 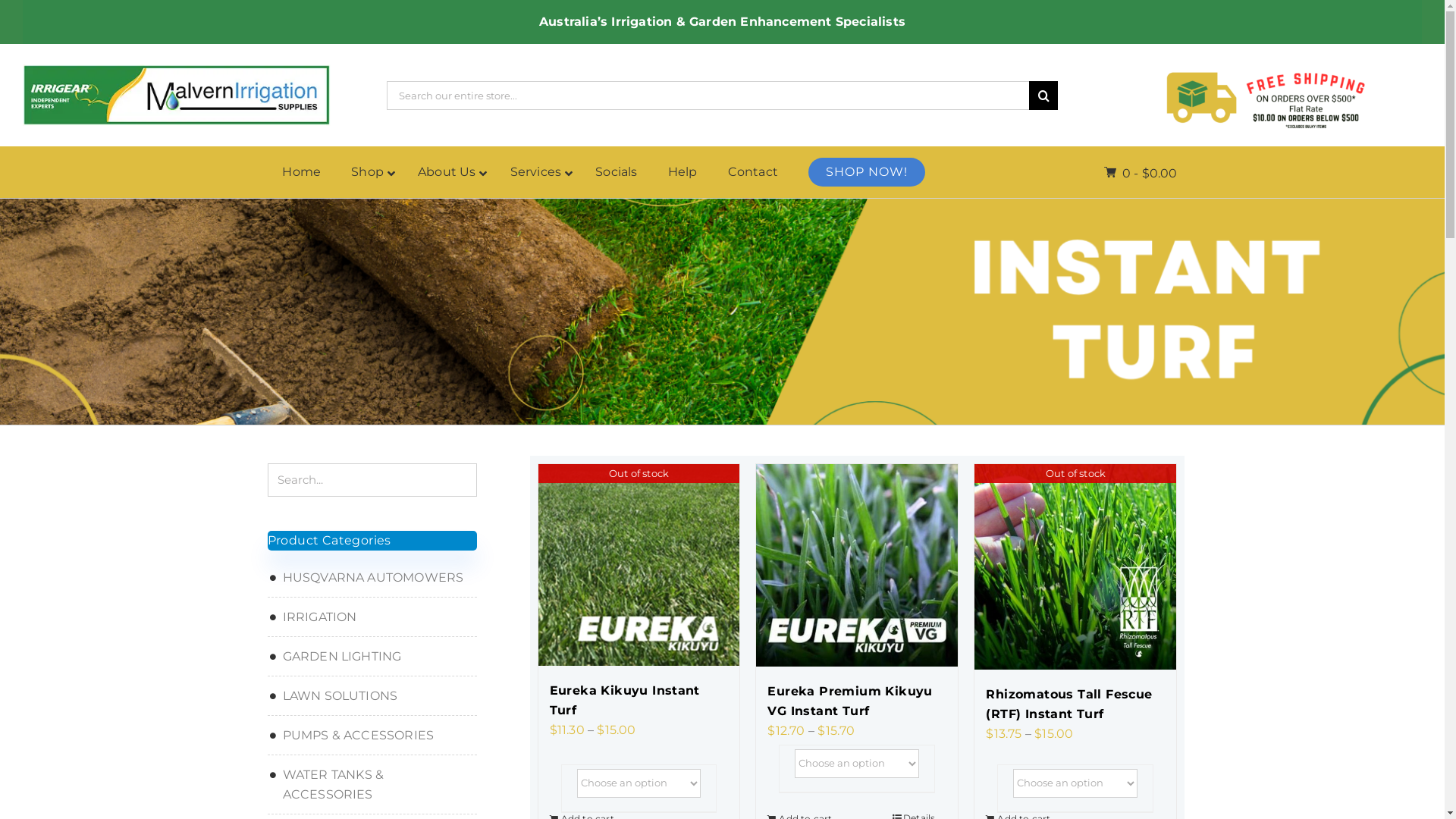 I want to click on 'Help', so click(x=682, y=171).